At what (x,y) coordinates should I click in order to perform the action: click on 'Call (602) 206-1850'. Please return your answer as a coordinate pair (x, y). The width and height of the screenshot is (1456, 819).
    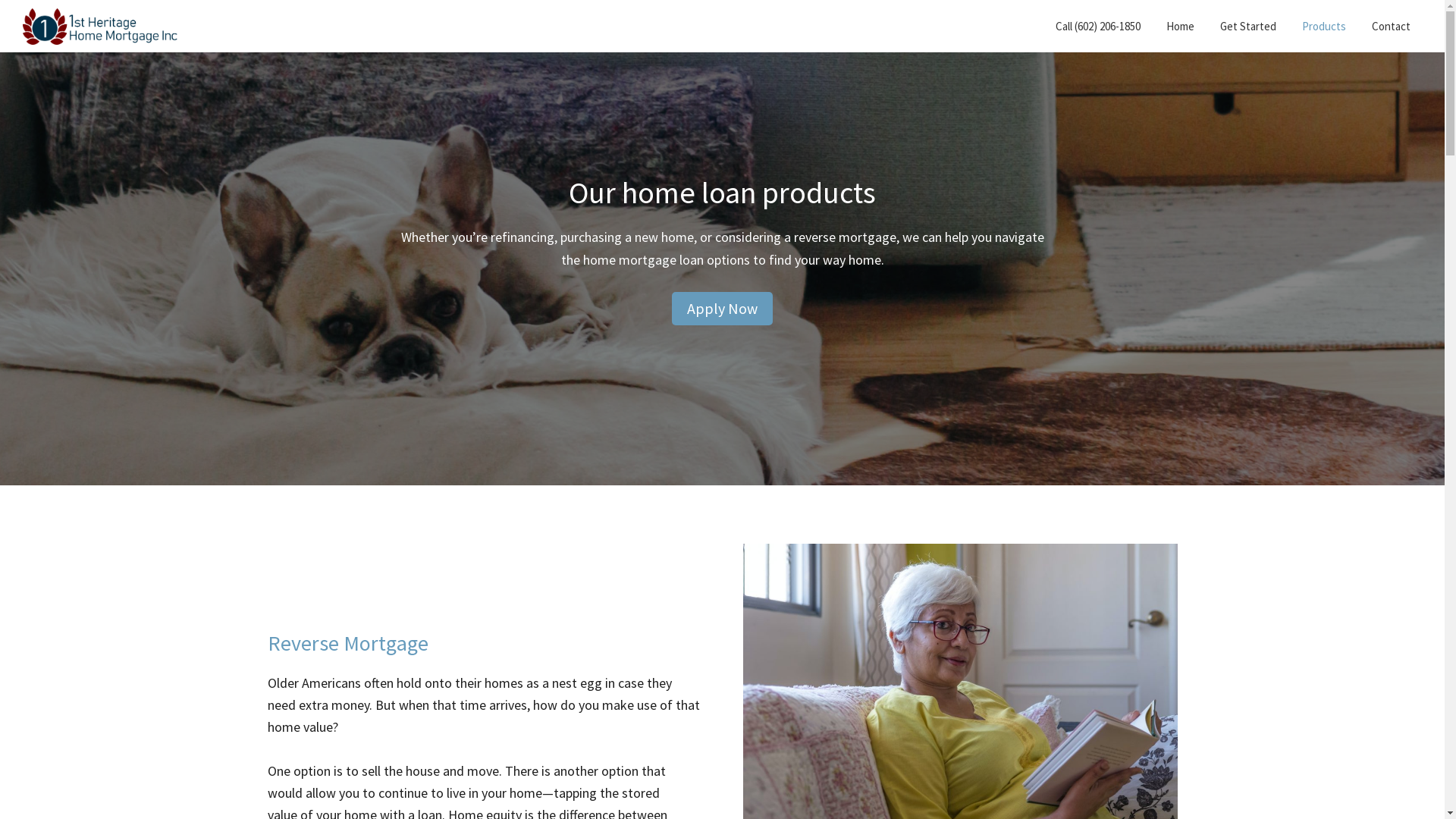
    Looking at the image, I should click on (1098, 26).